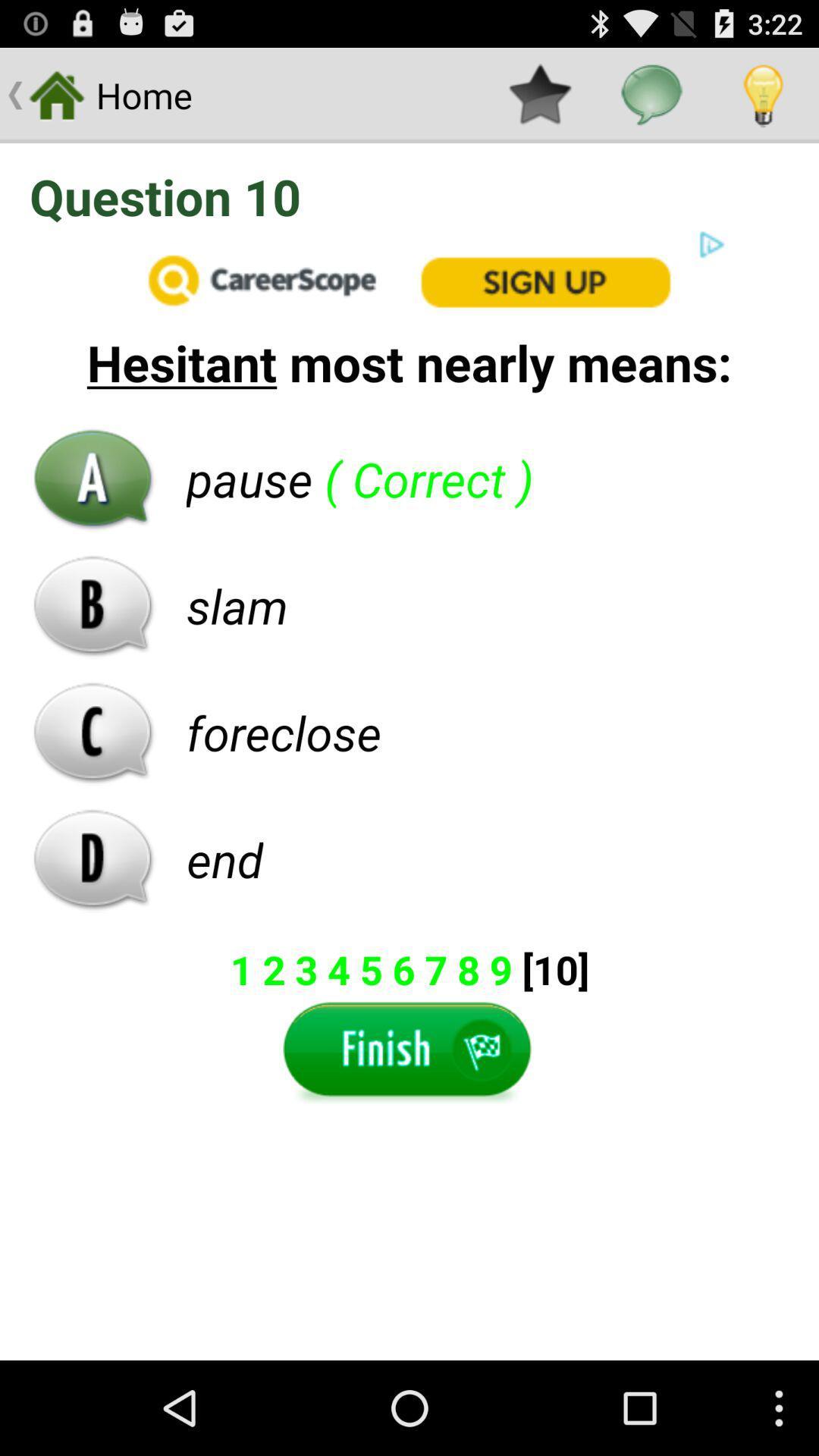  Describe the element at coordinates (409, 1055) in the screenshot. I see `a finish button on a page` at that location.